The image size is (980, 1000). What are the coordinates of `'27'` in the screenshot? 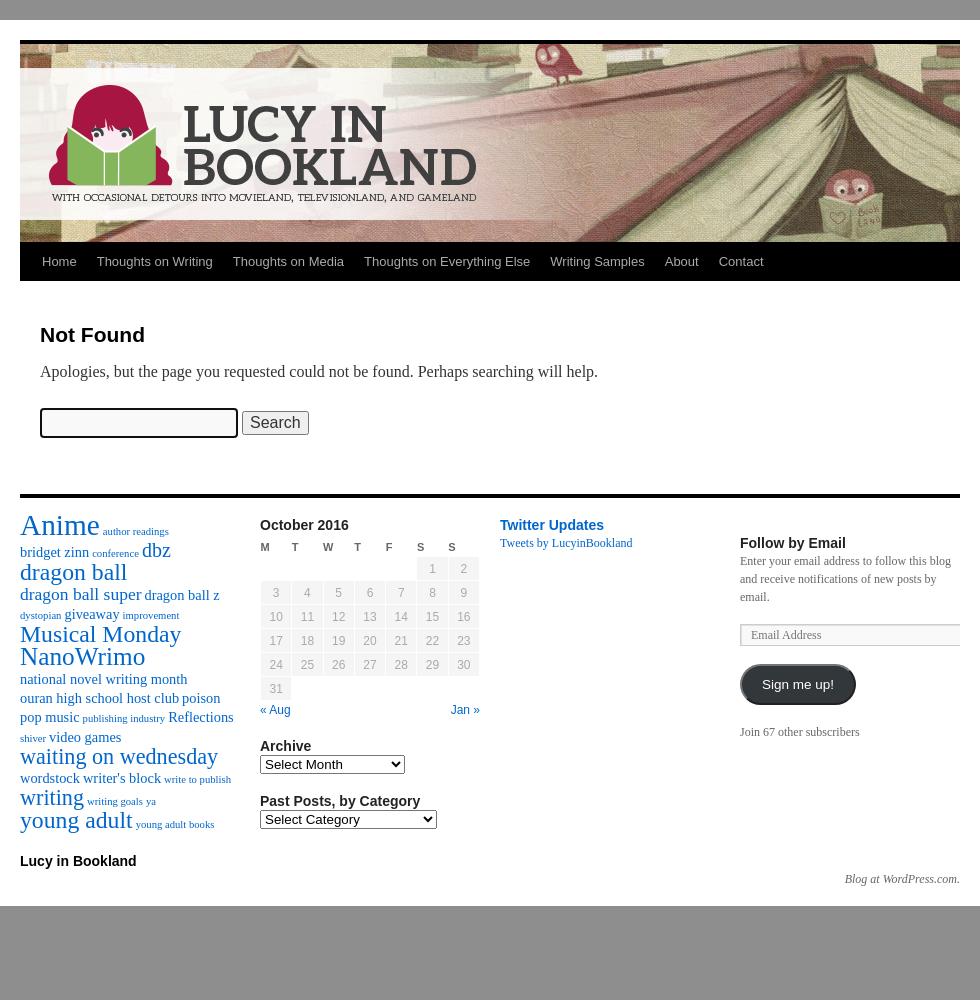 It's located at (369, 665).